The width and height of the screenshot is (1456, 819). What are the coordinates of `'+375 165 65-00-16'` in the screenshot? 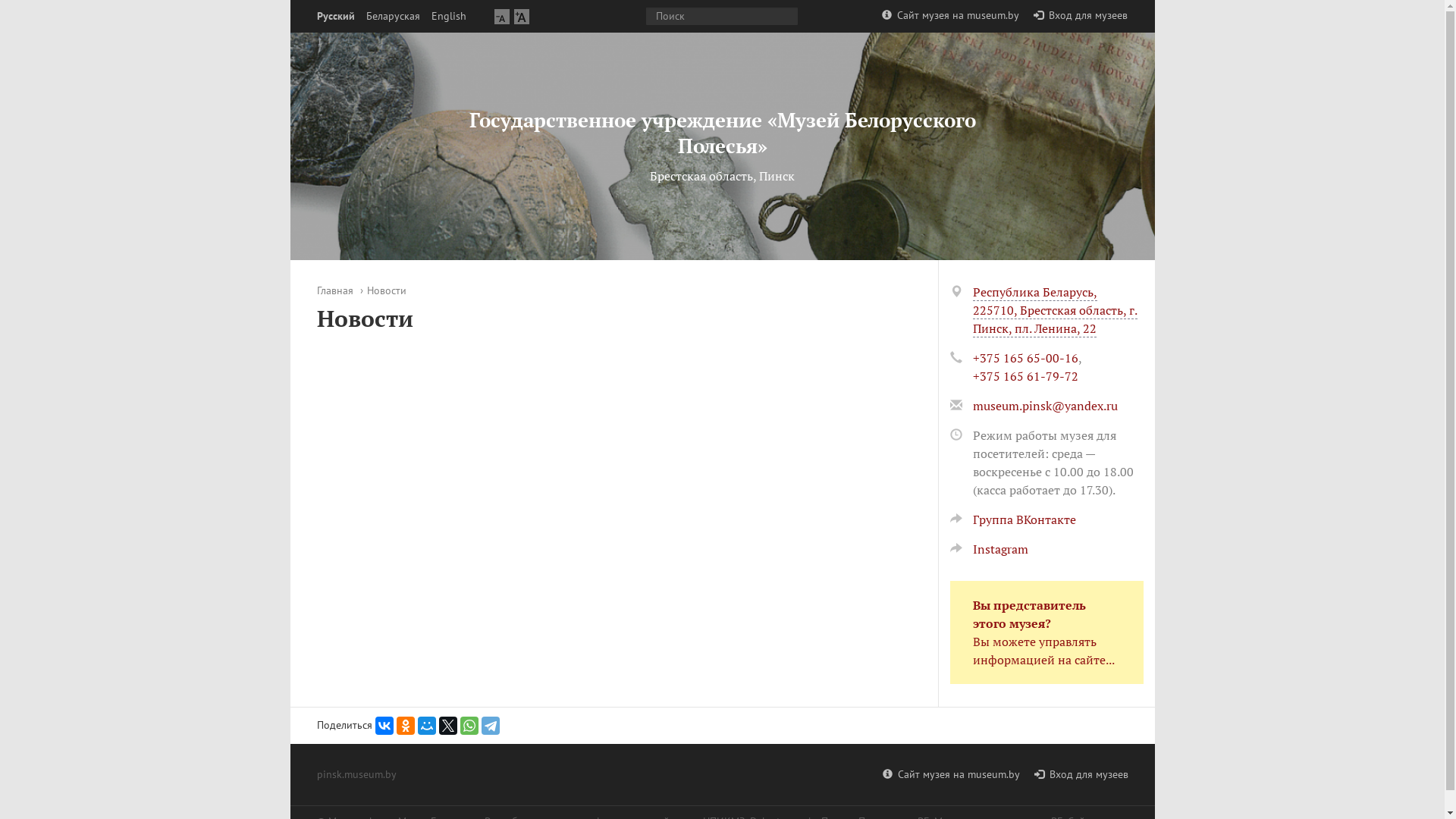 It's located at (1025, 357).